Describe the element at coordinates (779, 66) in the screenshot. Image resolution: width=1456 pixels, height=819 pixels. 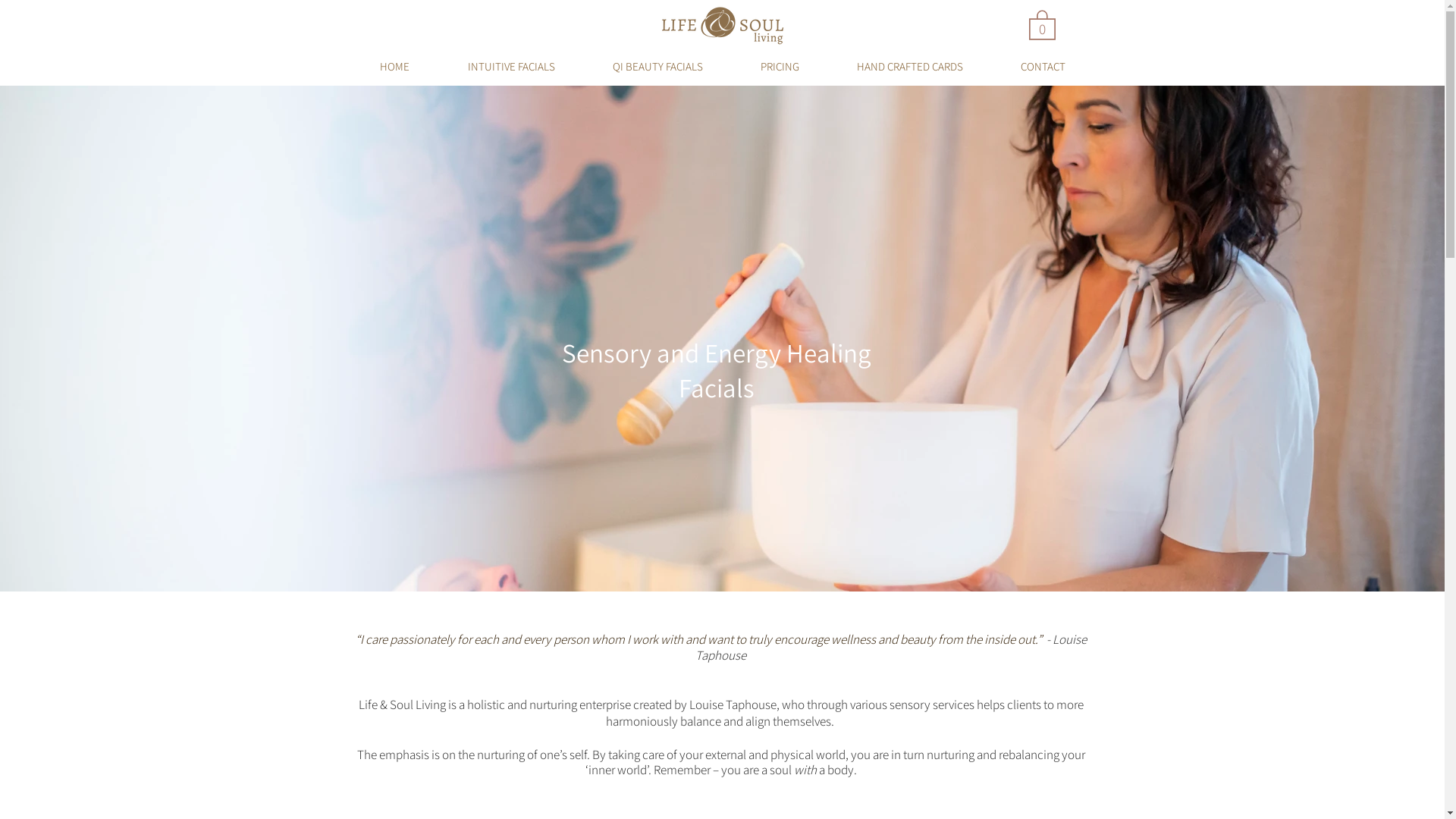
I see `'PRICING'` at that location.